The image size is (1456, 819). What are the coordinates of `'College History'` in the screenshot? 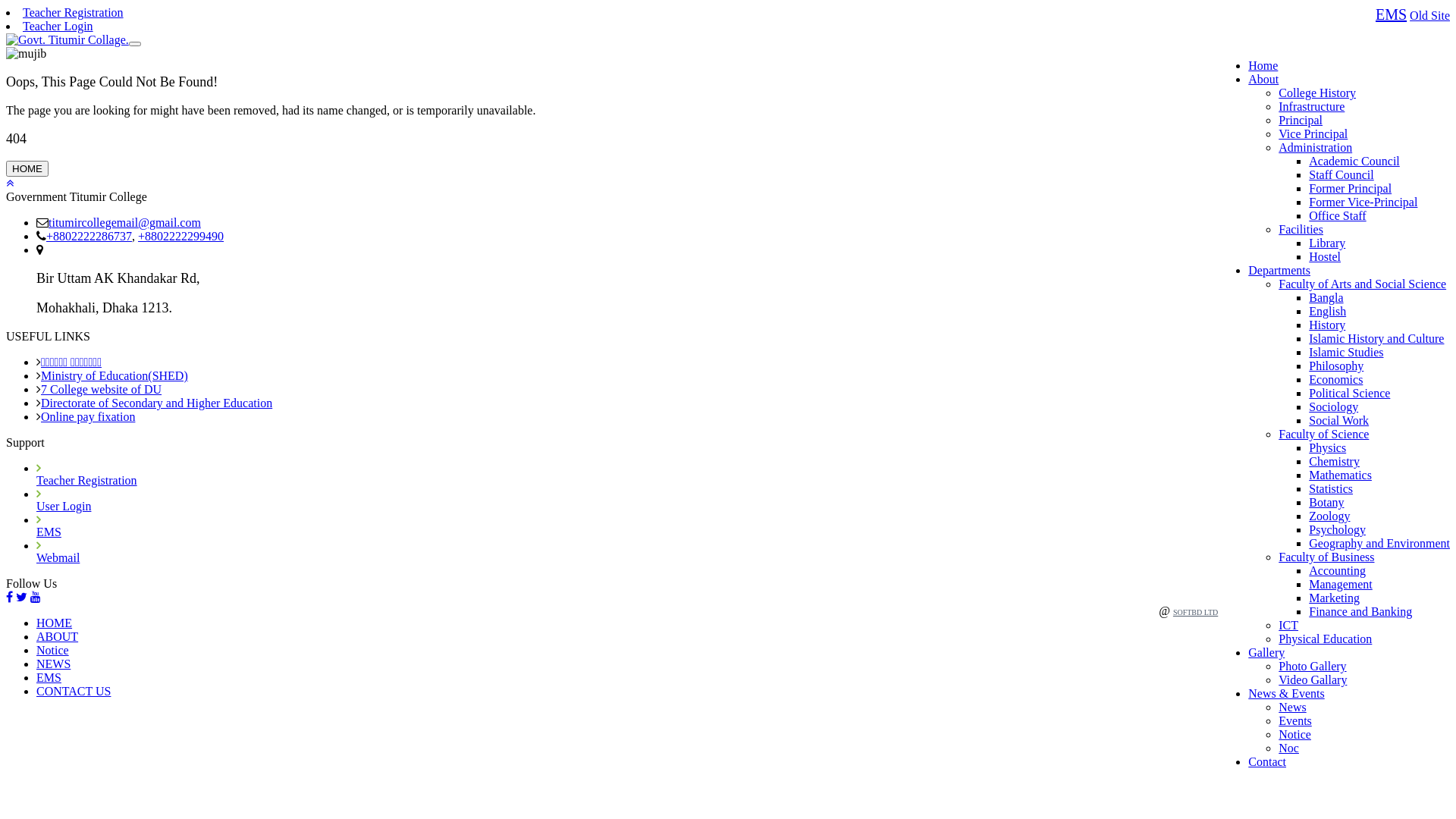 It's located at (1316, 93).